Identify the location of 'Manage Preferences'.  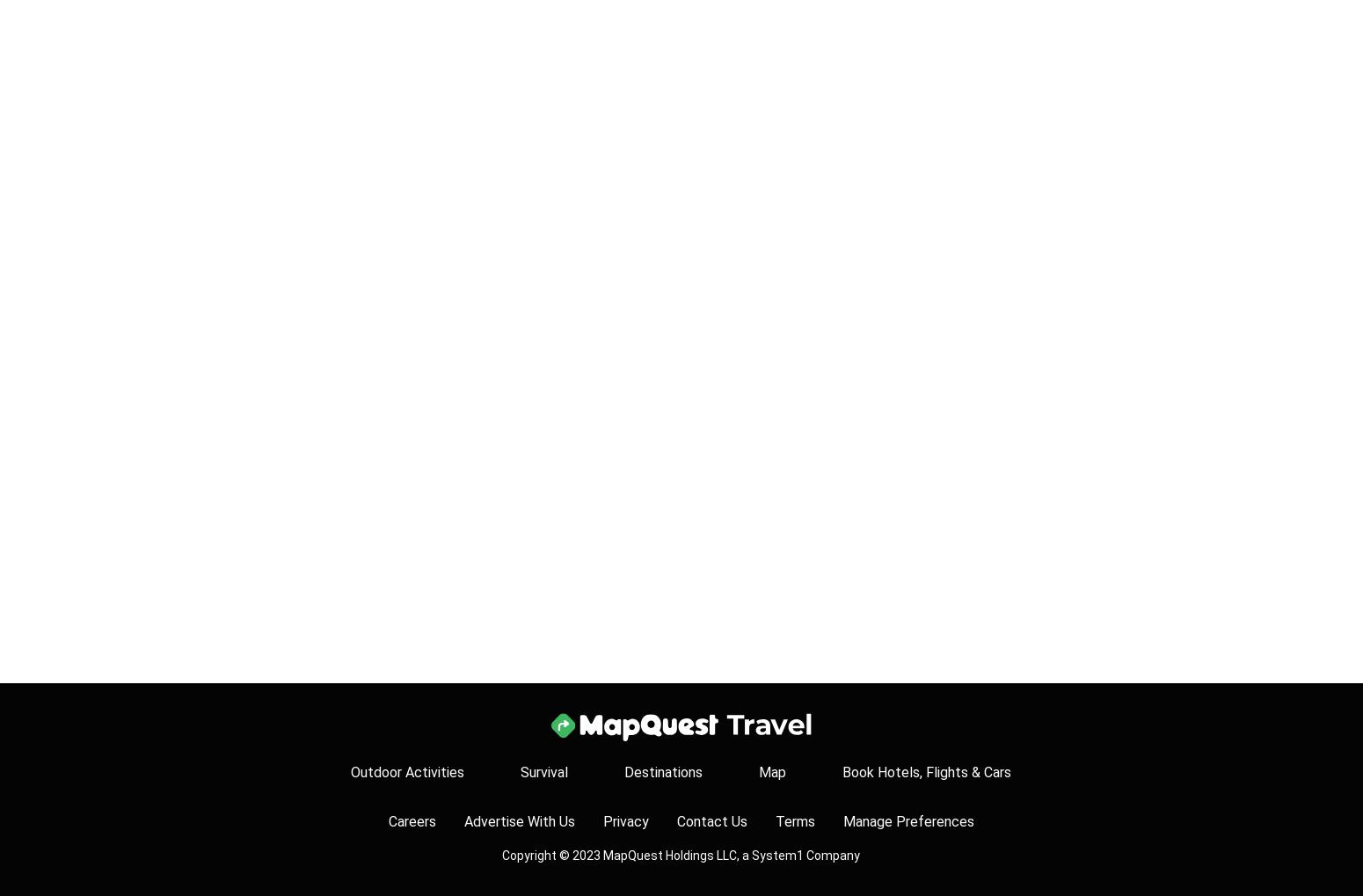
(907, 820).